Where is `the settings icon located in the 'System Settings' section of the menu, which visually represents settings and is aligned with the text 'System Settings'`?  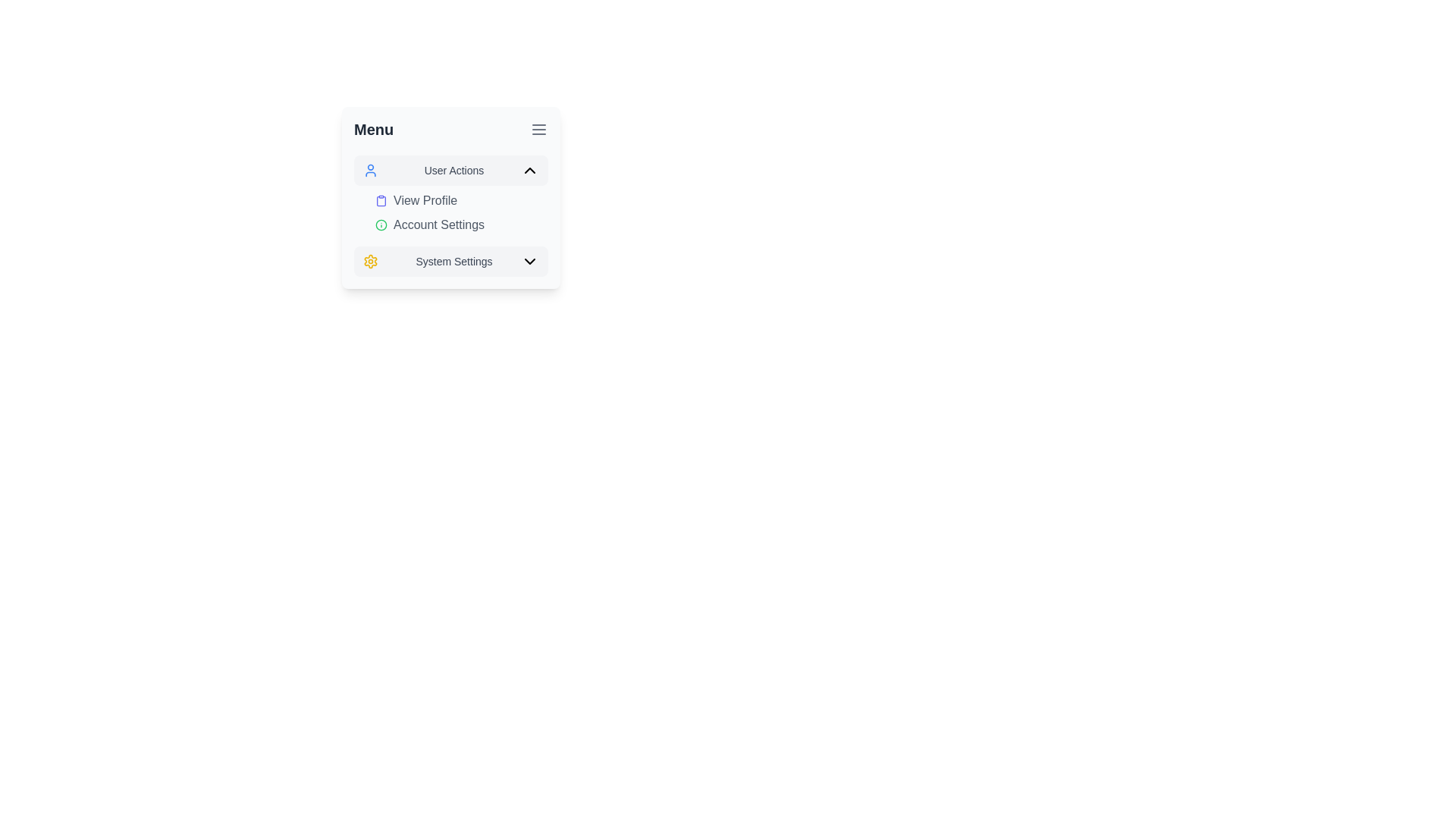 the settings icon located in the 'System Settings' section of the menu, which visually represents settings and is aligned with the text 'System Settings' is located at coordinates (371, 260).